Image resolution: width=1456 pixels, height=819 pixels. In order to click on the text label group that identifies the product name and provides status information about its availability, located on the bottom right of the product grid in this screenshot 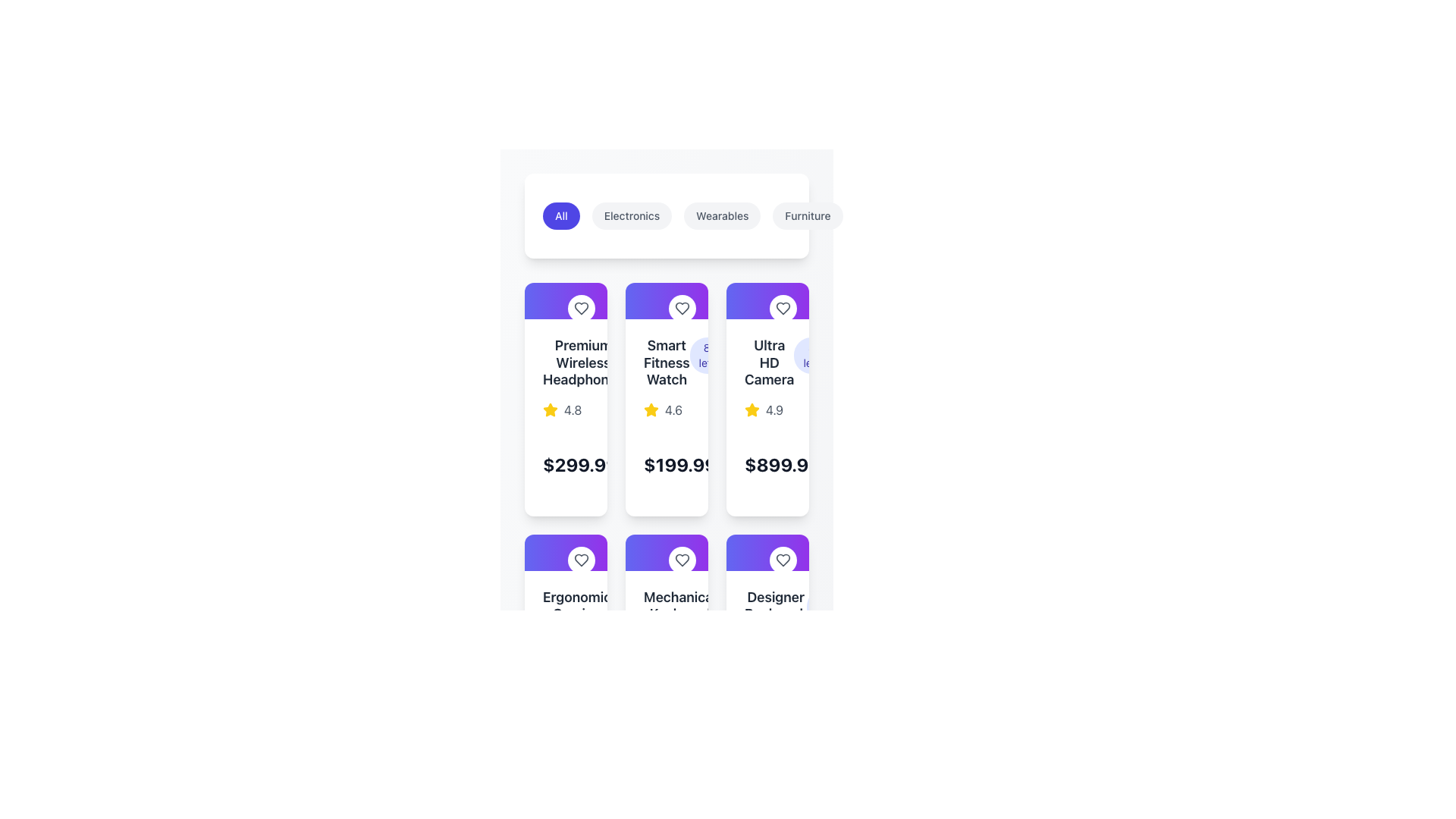, I will do `click(767, 606)`.